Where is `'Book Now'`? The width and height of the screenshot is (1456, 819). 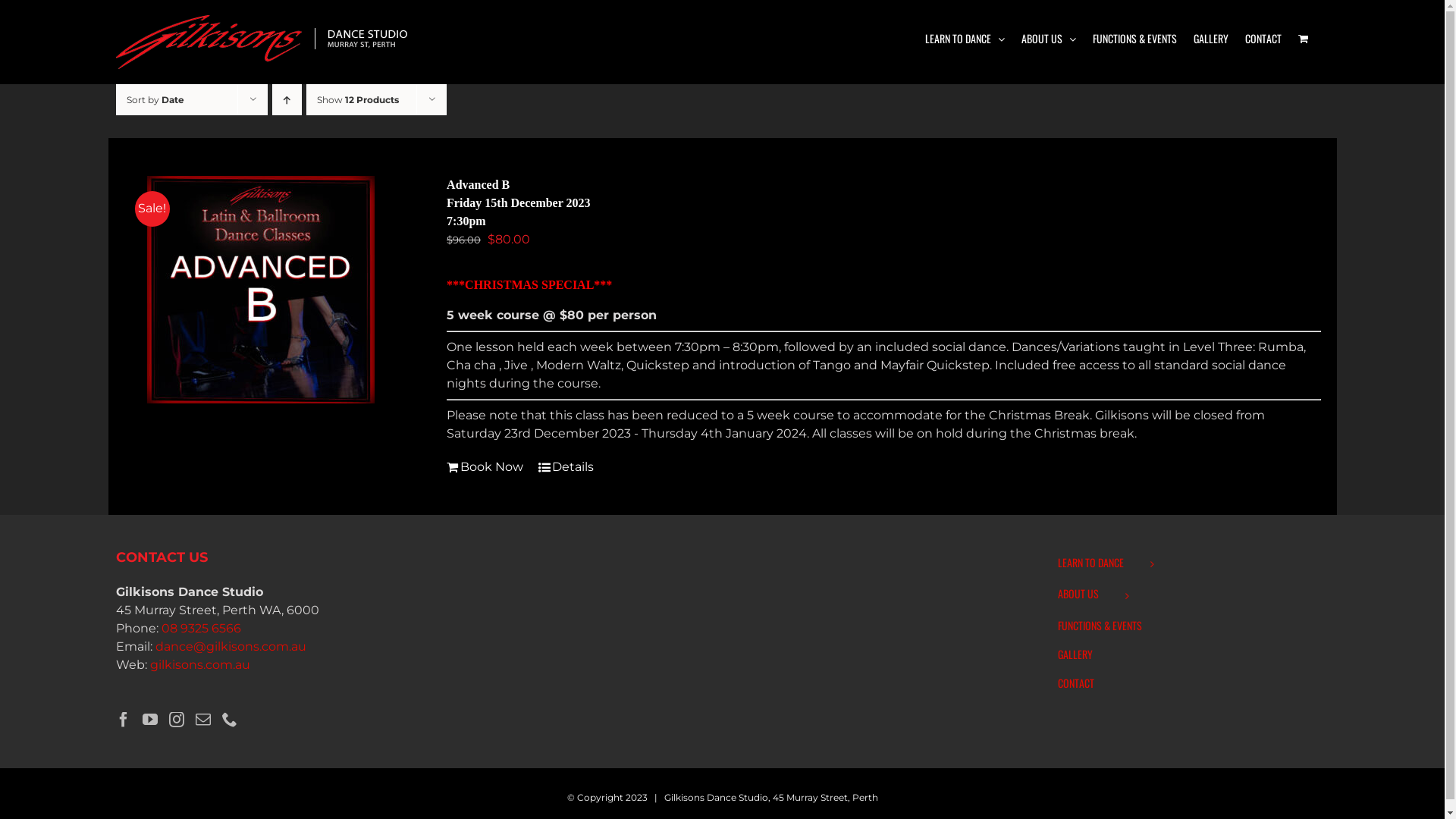 'Book Now' is located at coordinates (446, 466).